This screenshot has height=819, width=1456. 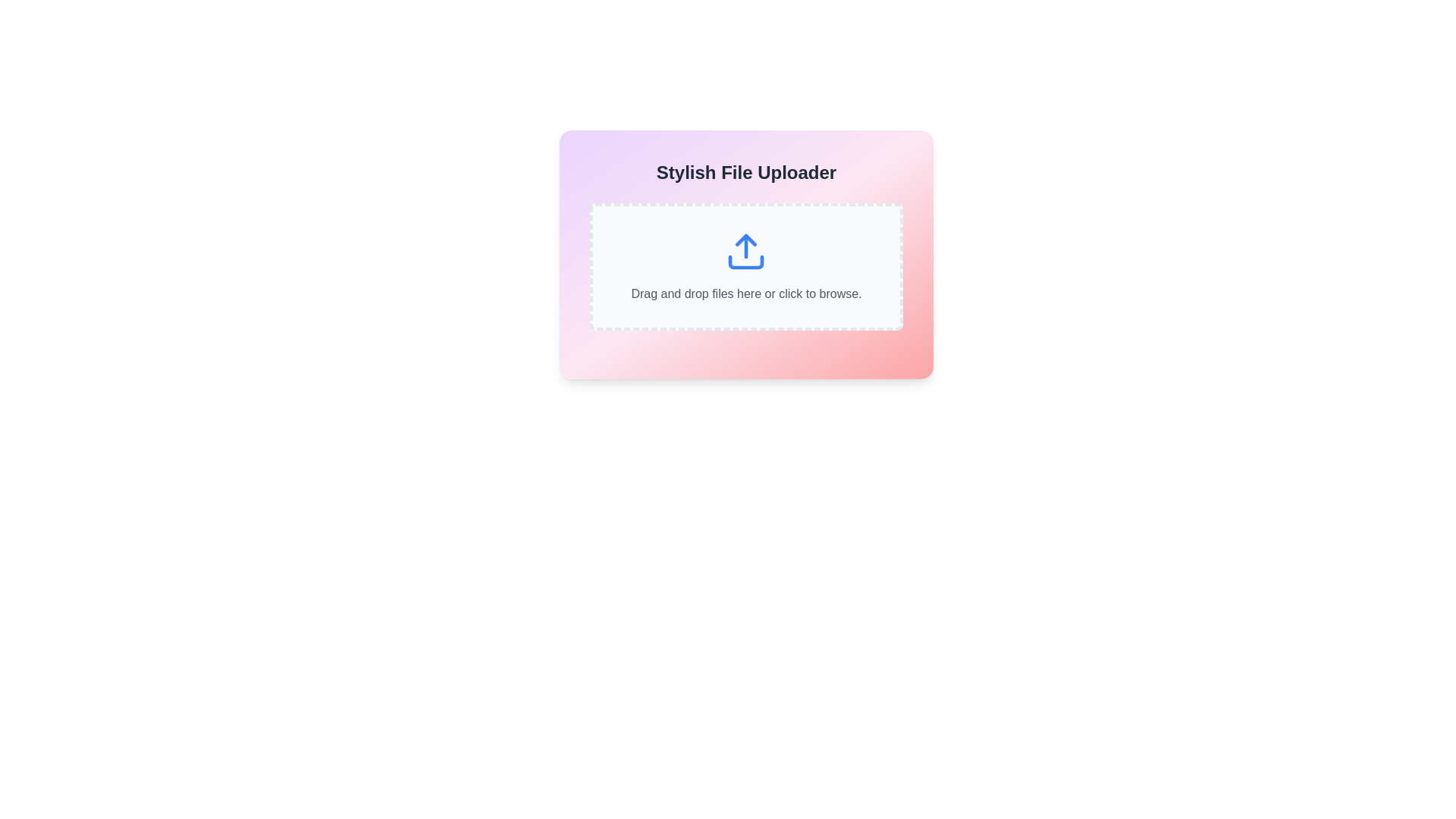 What do you see at coordinates (746, 250) in the screenshot?
I see `the file upload icon, which is centered within the rectangular UI component labeled 'Drag and drop files here or click to browse.'` at bounding box center [746, 250].